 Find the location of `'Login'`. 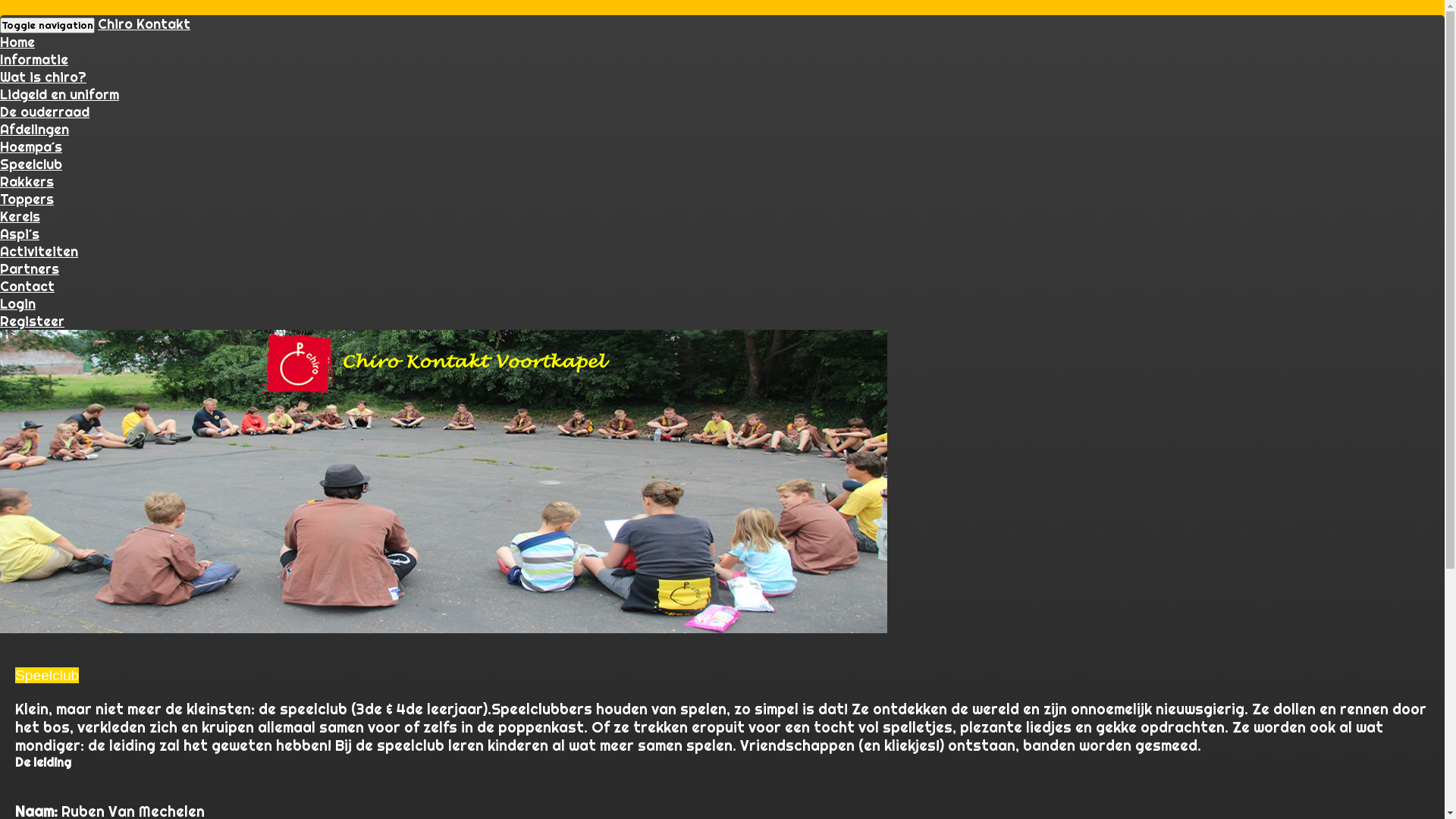

'Login' is located at coordinates (17, 303).